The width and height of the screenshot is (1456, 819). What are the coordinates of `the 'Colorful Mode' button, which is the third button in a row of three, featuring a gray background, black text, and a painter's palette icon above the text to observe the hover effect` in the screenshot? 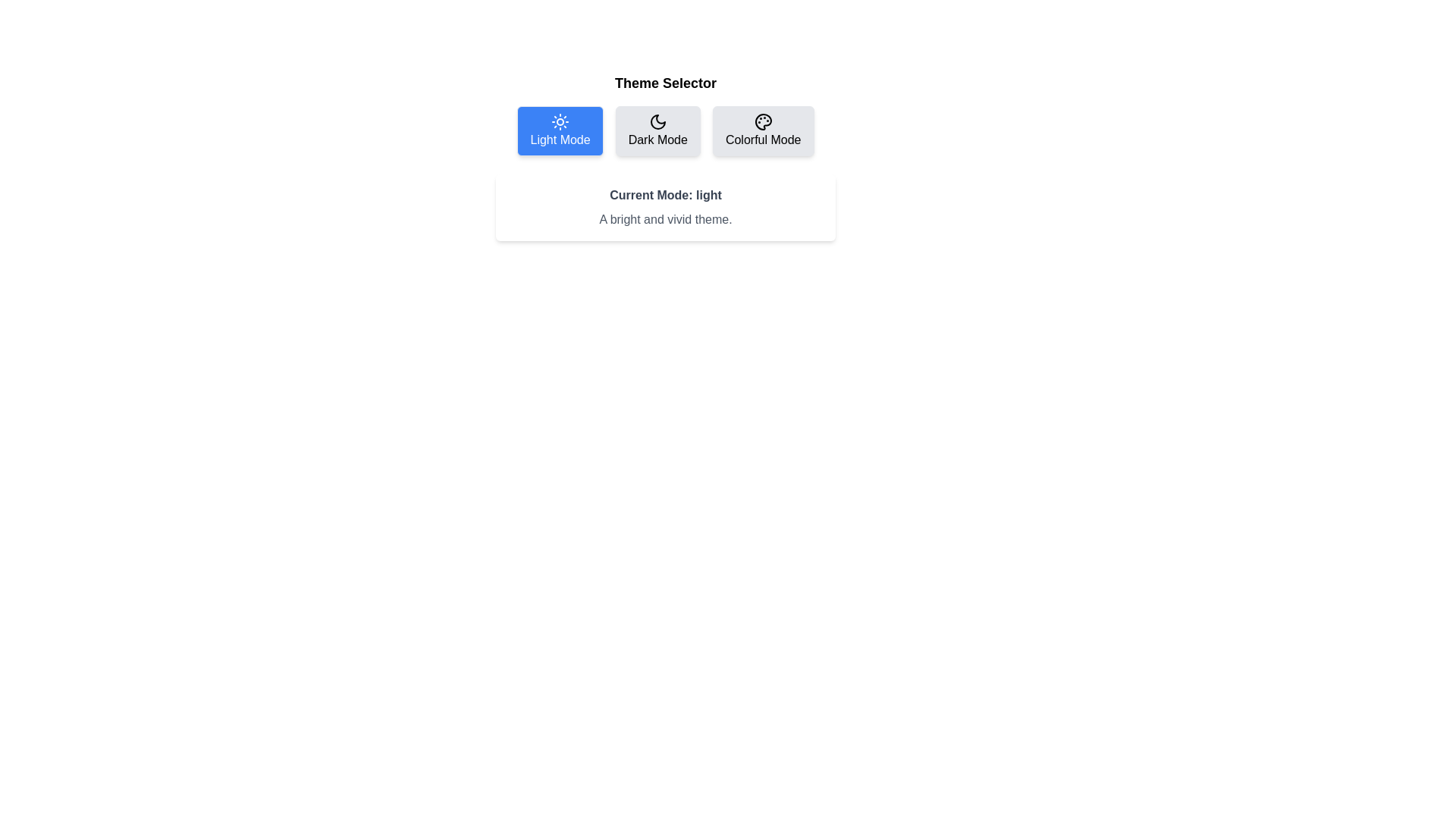 It's located at (763, 130).